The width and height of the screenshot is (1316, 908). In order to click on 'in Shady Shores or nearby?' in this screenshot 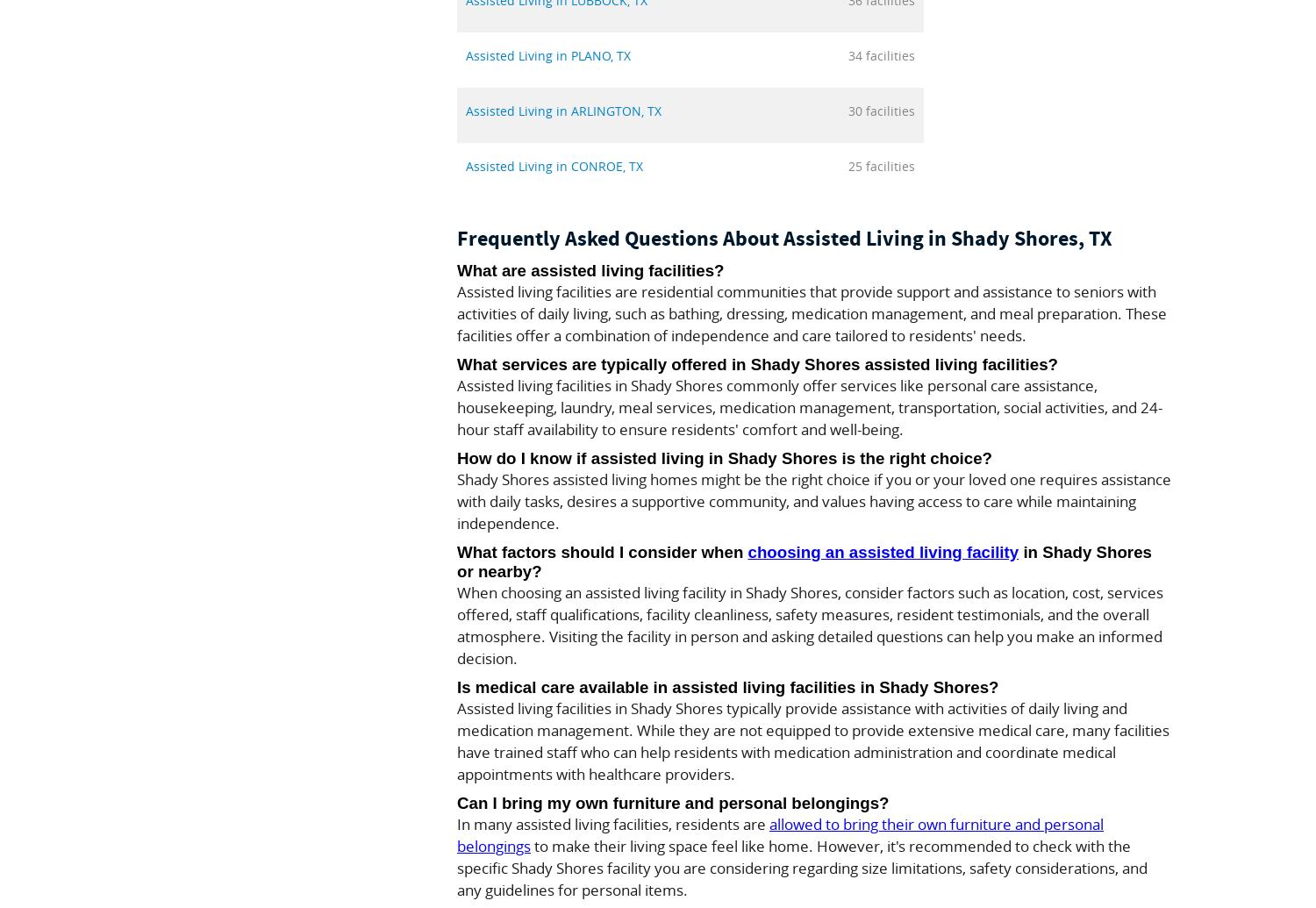, I will do `click(804, 561)`.